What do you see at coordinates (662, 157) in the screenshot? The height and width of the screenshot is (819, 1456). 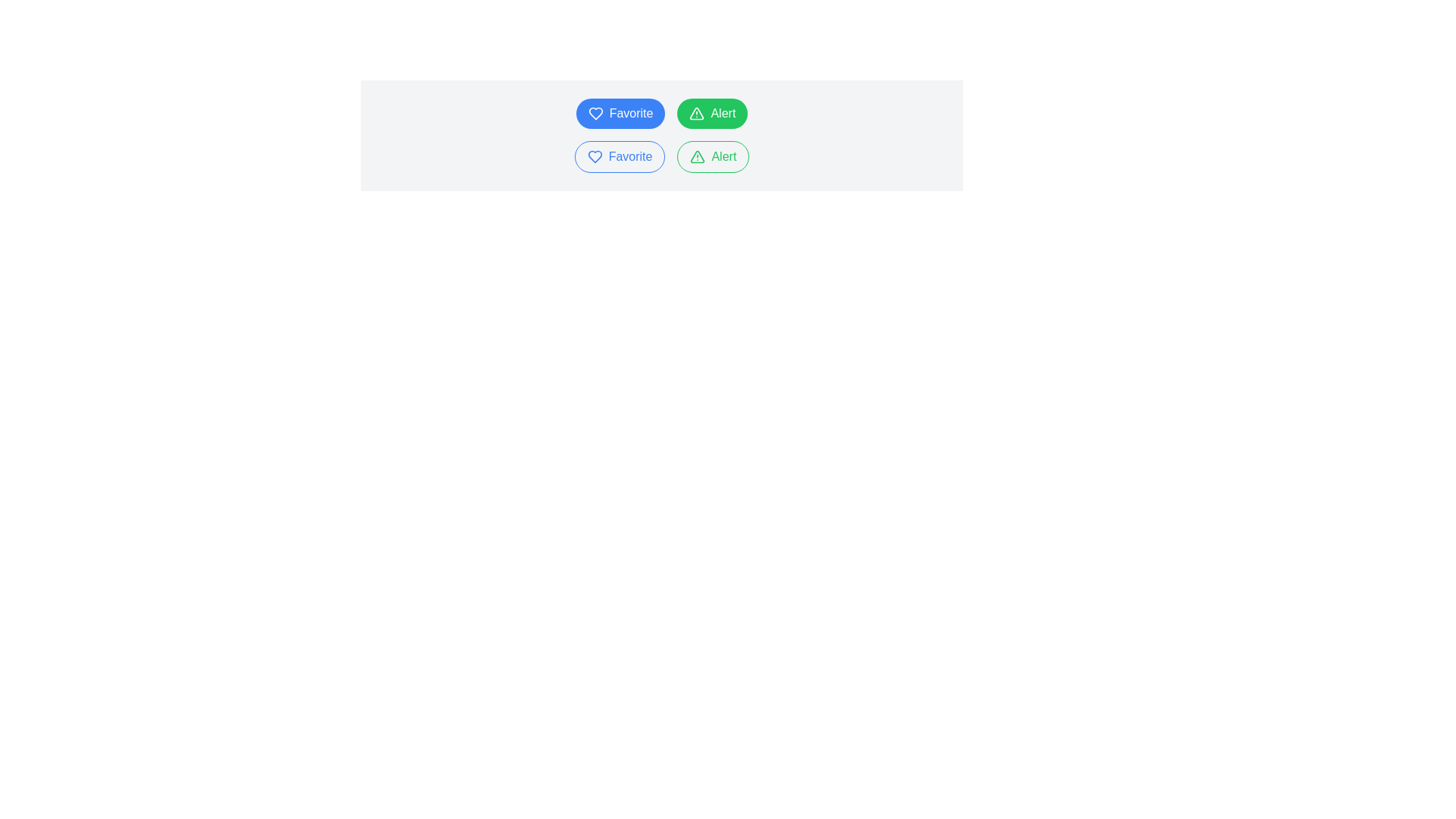 I see `the button group located in the lower row` at bounding box center [662, 157].